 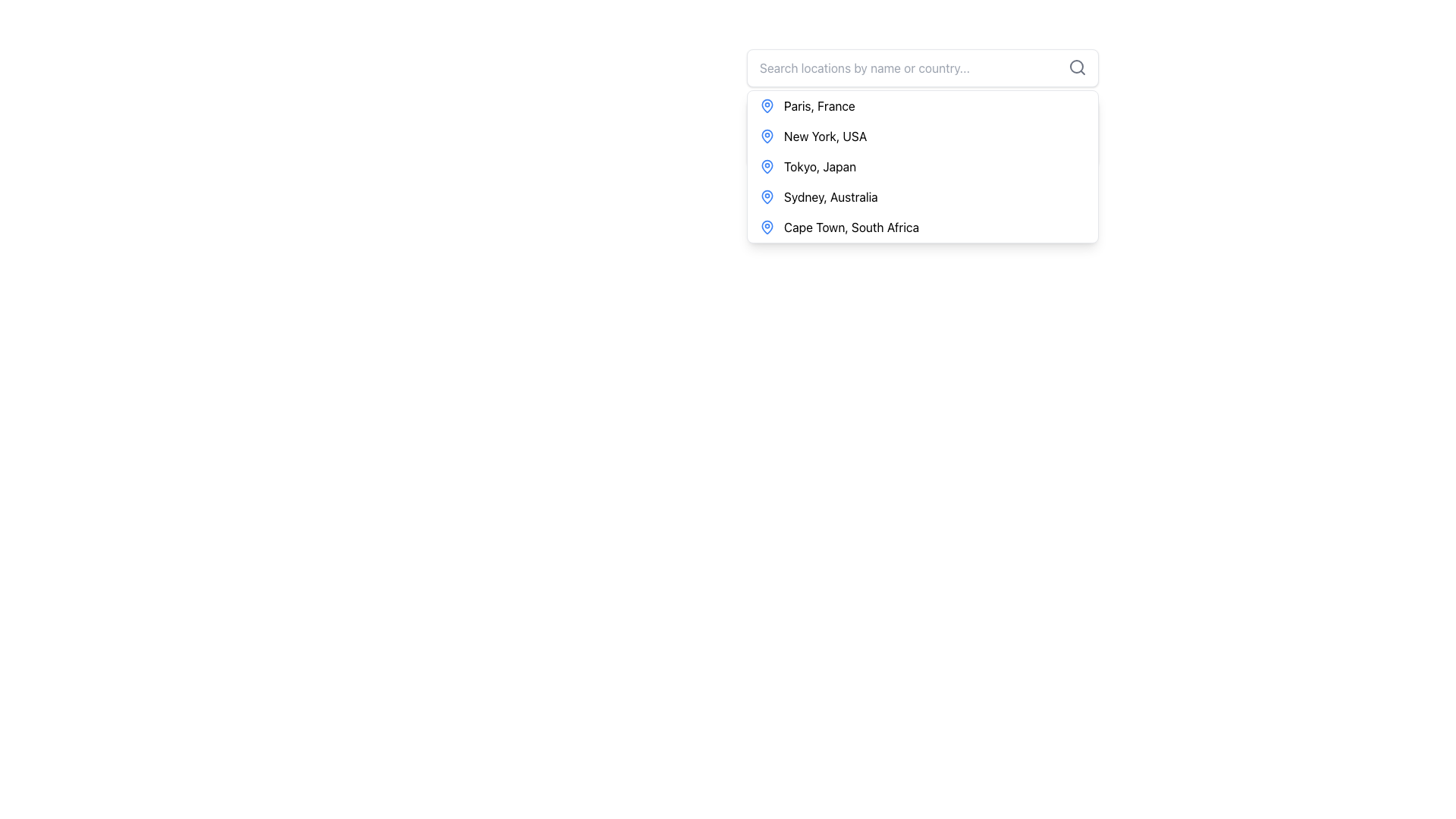 What do you see at coordinates (922, 166) in the screenshot?
I see `the List Item displaying 'Tokyo, Japan' to trigger the highlight effect` at bounding box center [922, 166].